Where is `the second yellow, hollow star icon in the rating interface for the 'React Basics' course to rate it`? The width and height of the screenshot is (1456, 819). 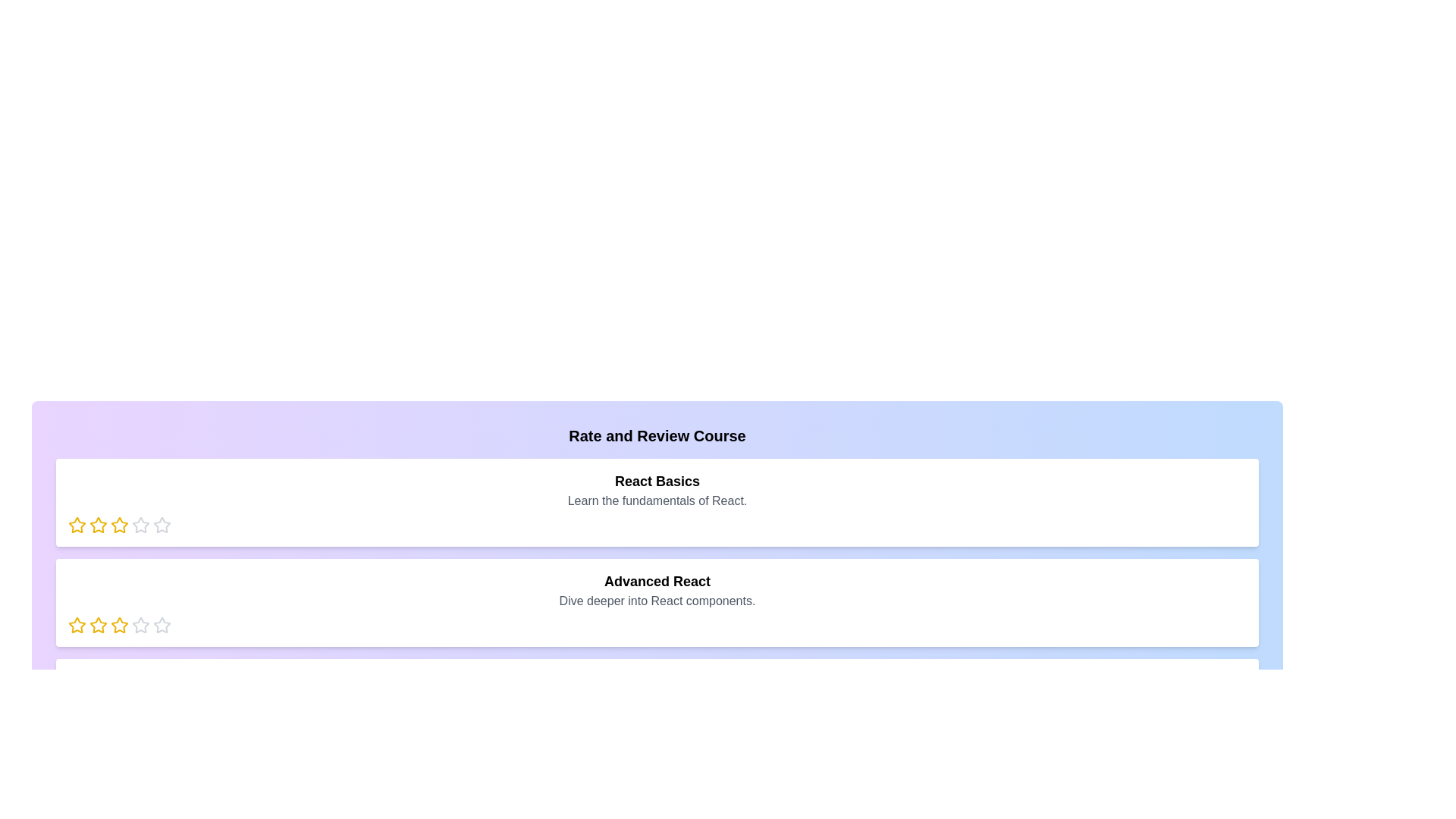
the second yellow, hollow star icon in the rating interface for the 'React Basics' course to rate it is located at coordinates (97, 524).